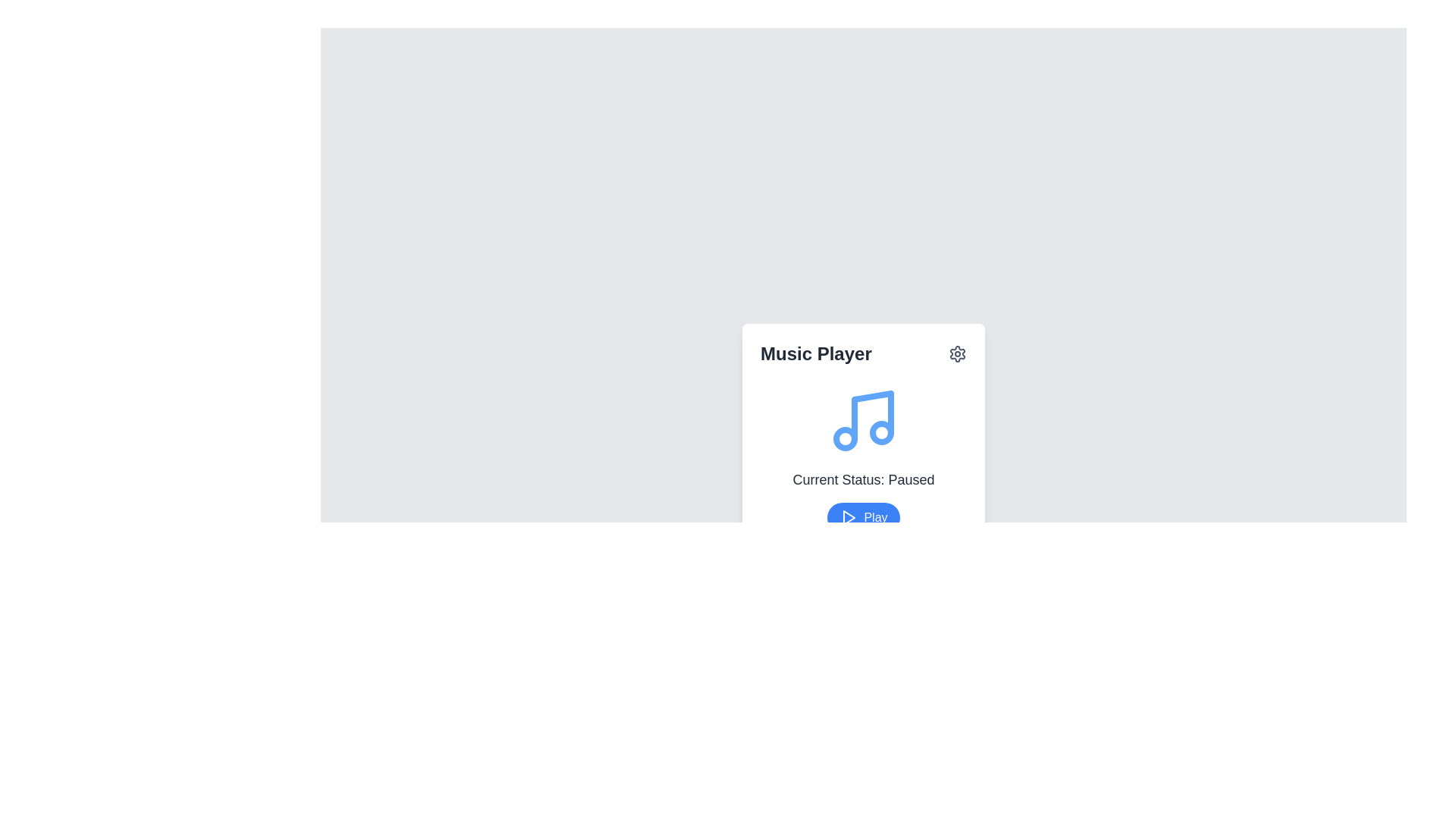 Image resolution: width=1456 pixels, height=819 pixels. Describe the element at coordinates (849, 516) in the screenshot. I see `the triangular-shaped play icon within the blue circular button labeled 'Play'` at that location.